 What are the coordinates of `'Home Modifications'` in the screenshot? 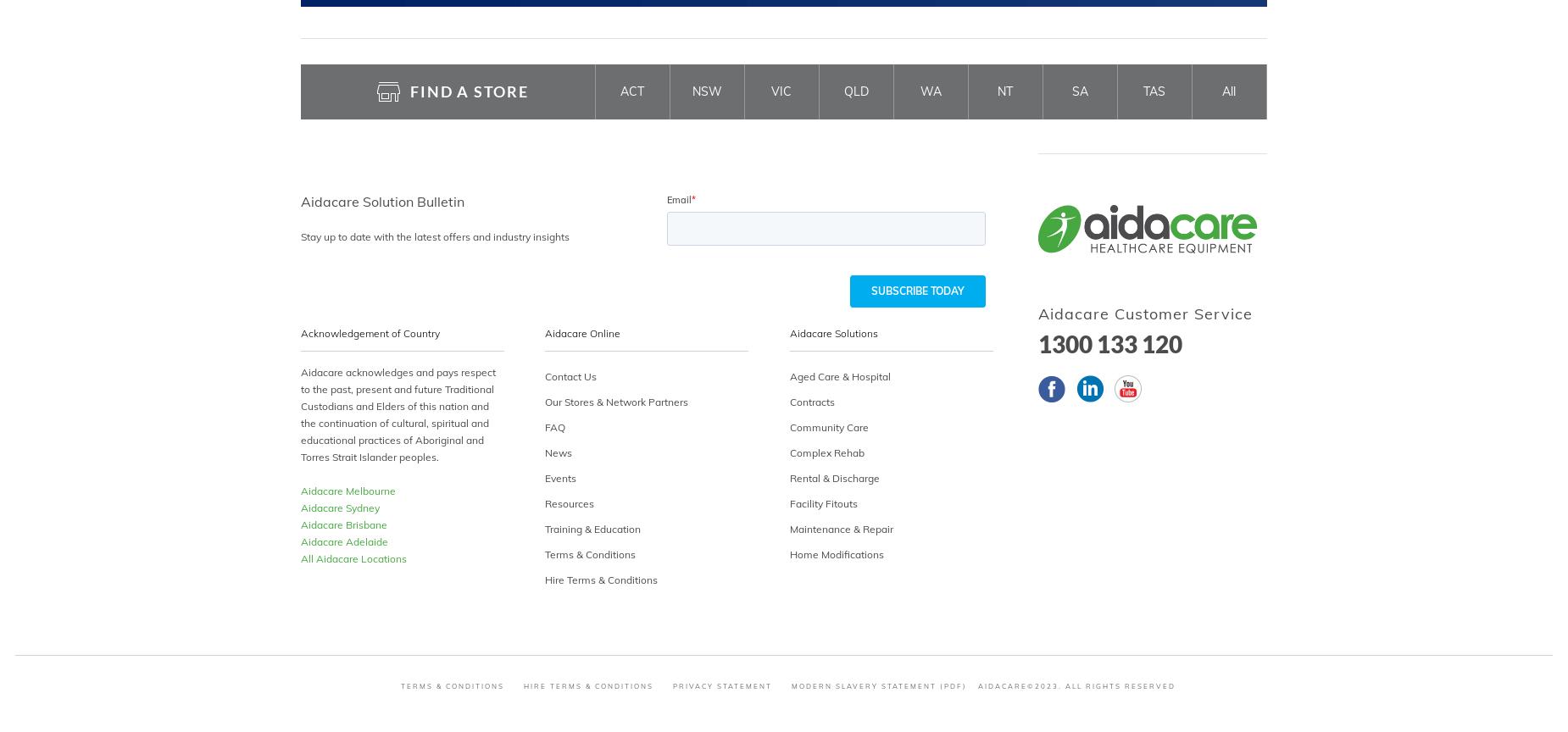 It's located at (835, 553).